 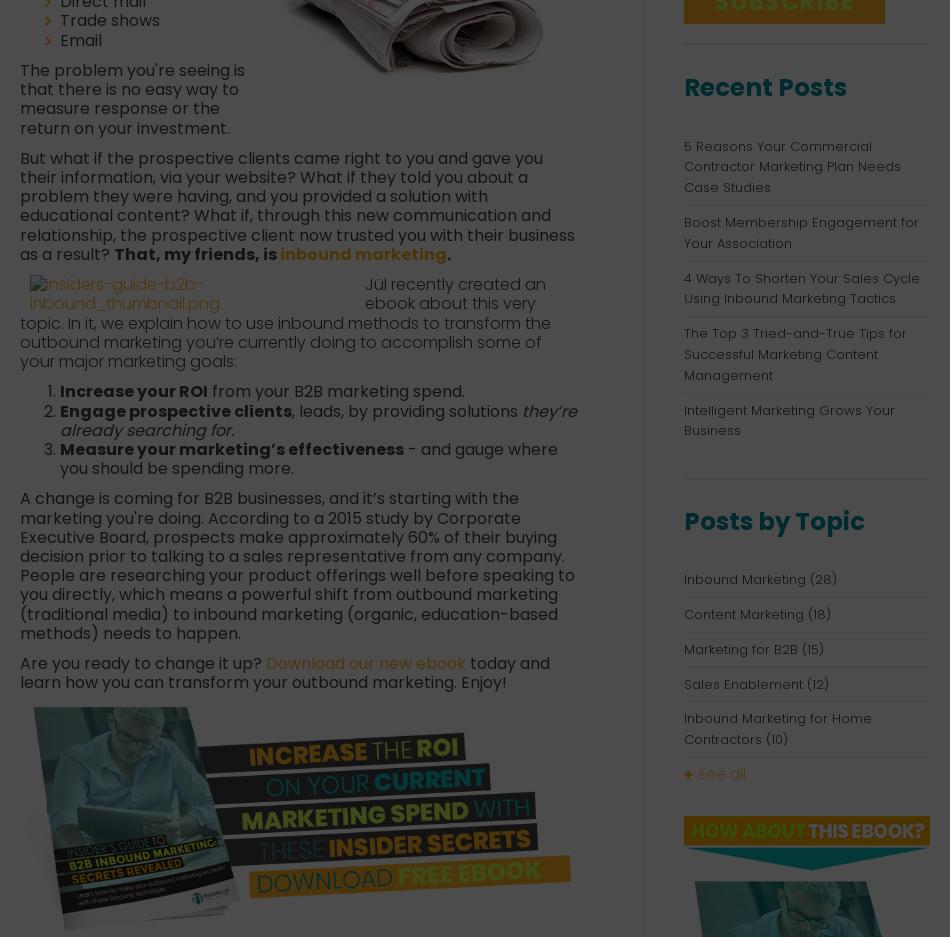 I want to click on 'But what if the prospective clients came right to you and gave you their information, via your website? What if they told you about a problem they were having, and you provided a solution with educational content? What if, through this new communication and relationship, the prospective client now trusted you with their business as a result?', so click(x=296, y=205).